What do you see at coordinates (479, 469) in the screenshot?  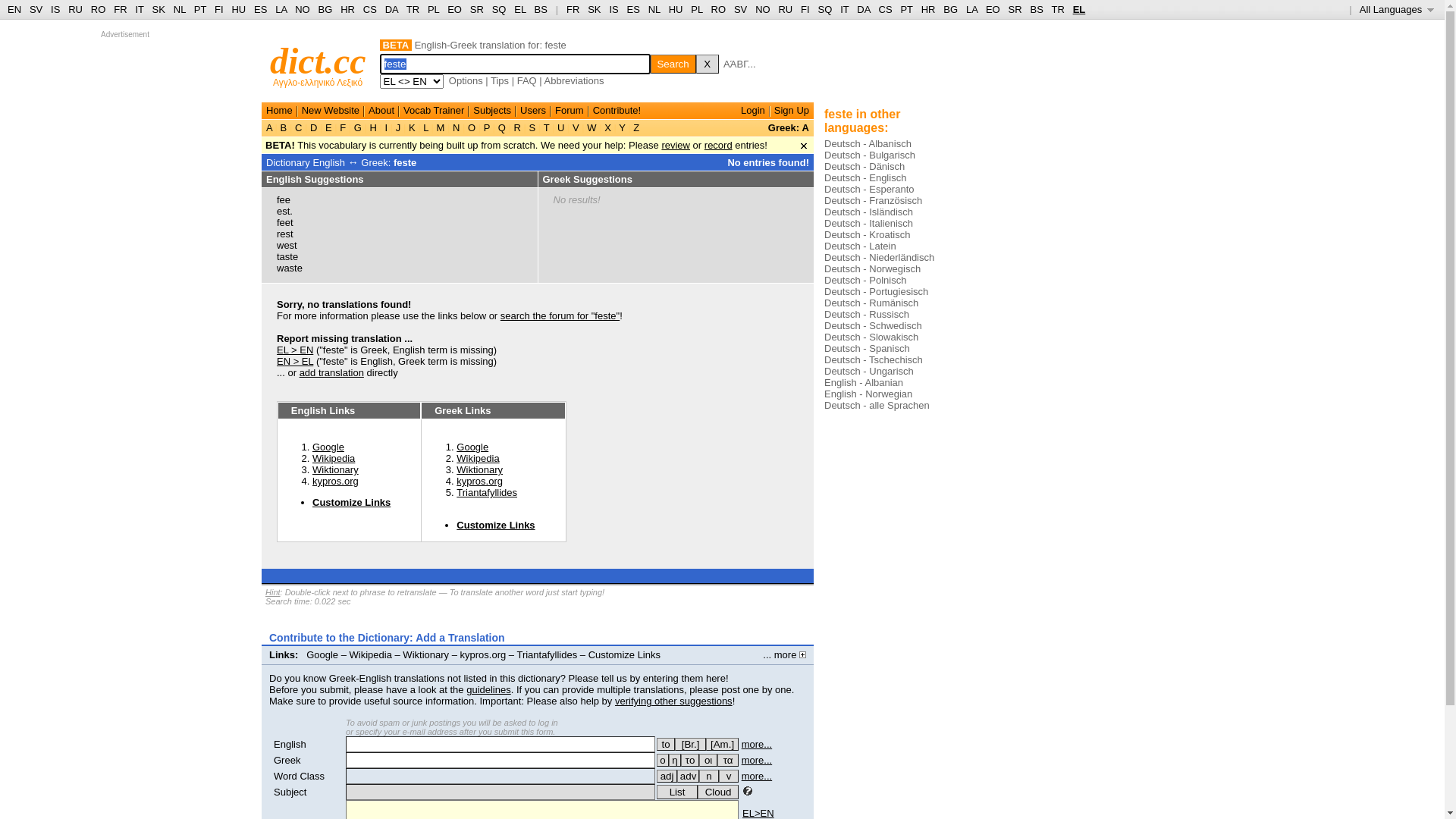 I see `'Wiktionary'` at bounding box center [479, 469].